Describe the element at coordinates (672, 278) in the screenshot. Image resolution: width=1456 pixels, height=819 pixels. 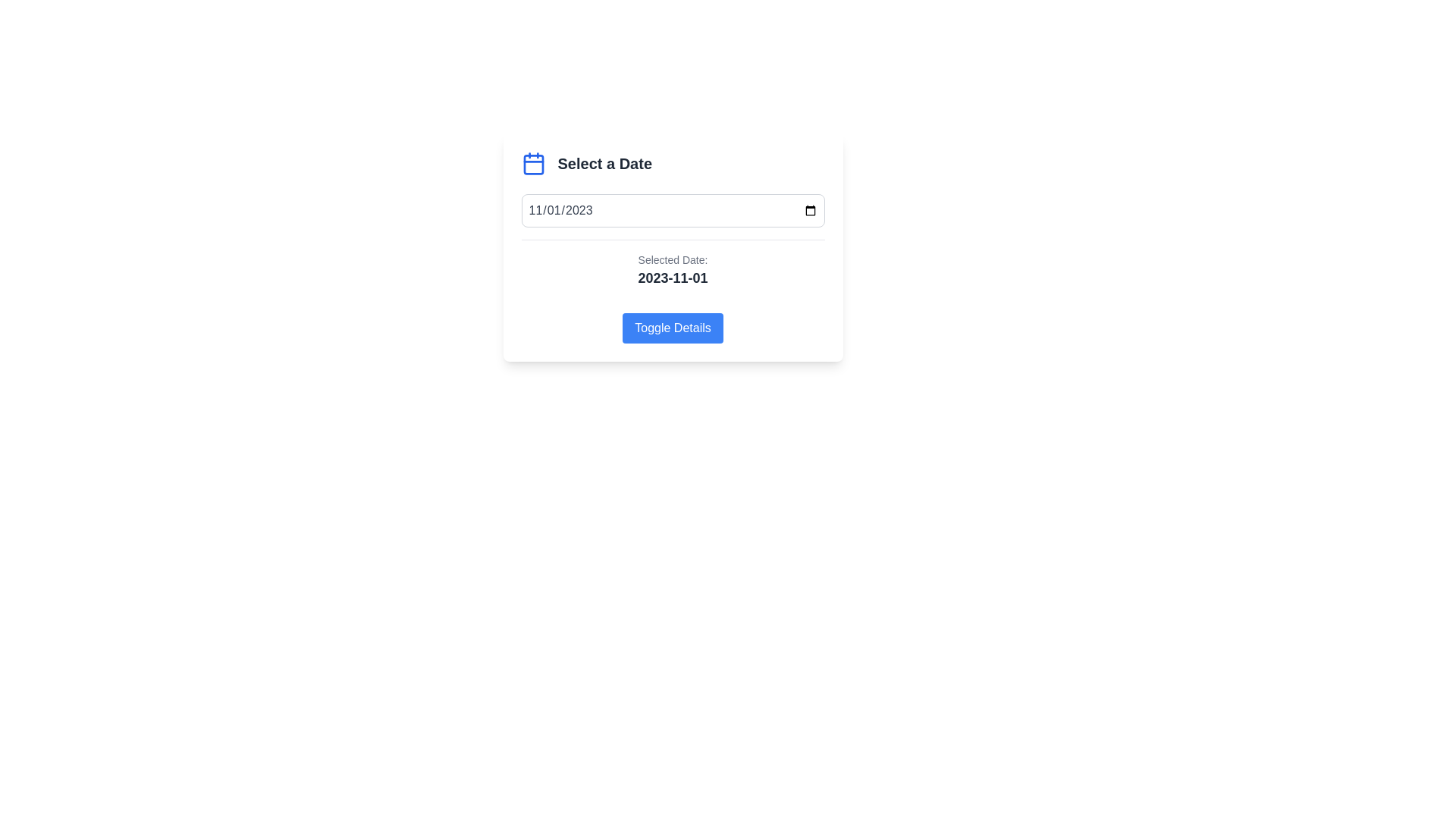
I see `the static text label displaying '2023-11-01' which is styled in bold and larger font, located beneath 'Selected Date:' and centered horizontally` at that location.